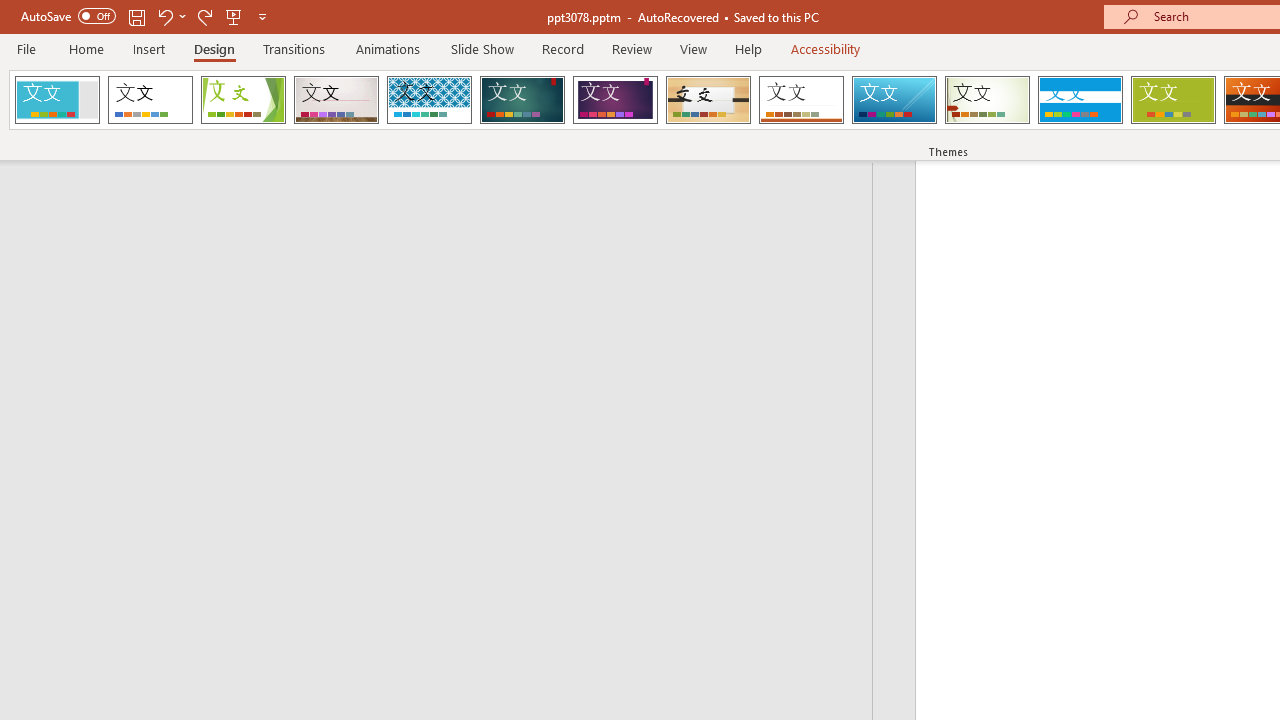  I want to click on 'Outline', so click(444, 202).